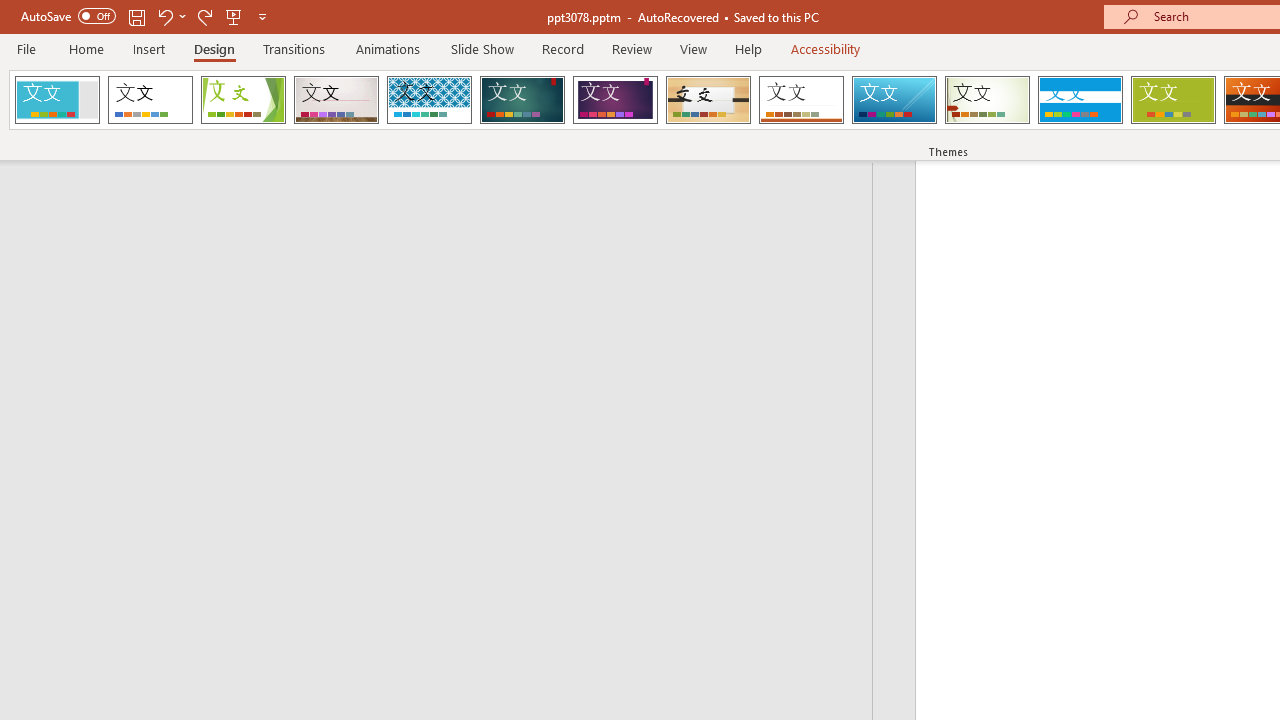  I want to click on 'Outline', so click(444, 202).